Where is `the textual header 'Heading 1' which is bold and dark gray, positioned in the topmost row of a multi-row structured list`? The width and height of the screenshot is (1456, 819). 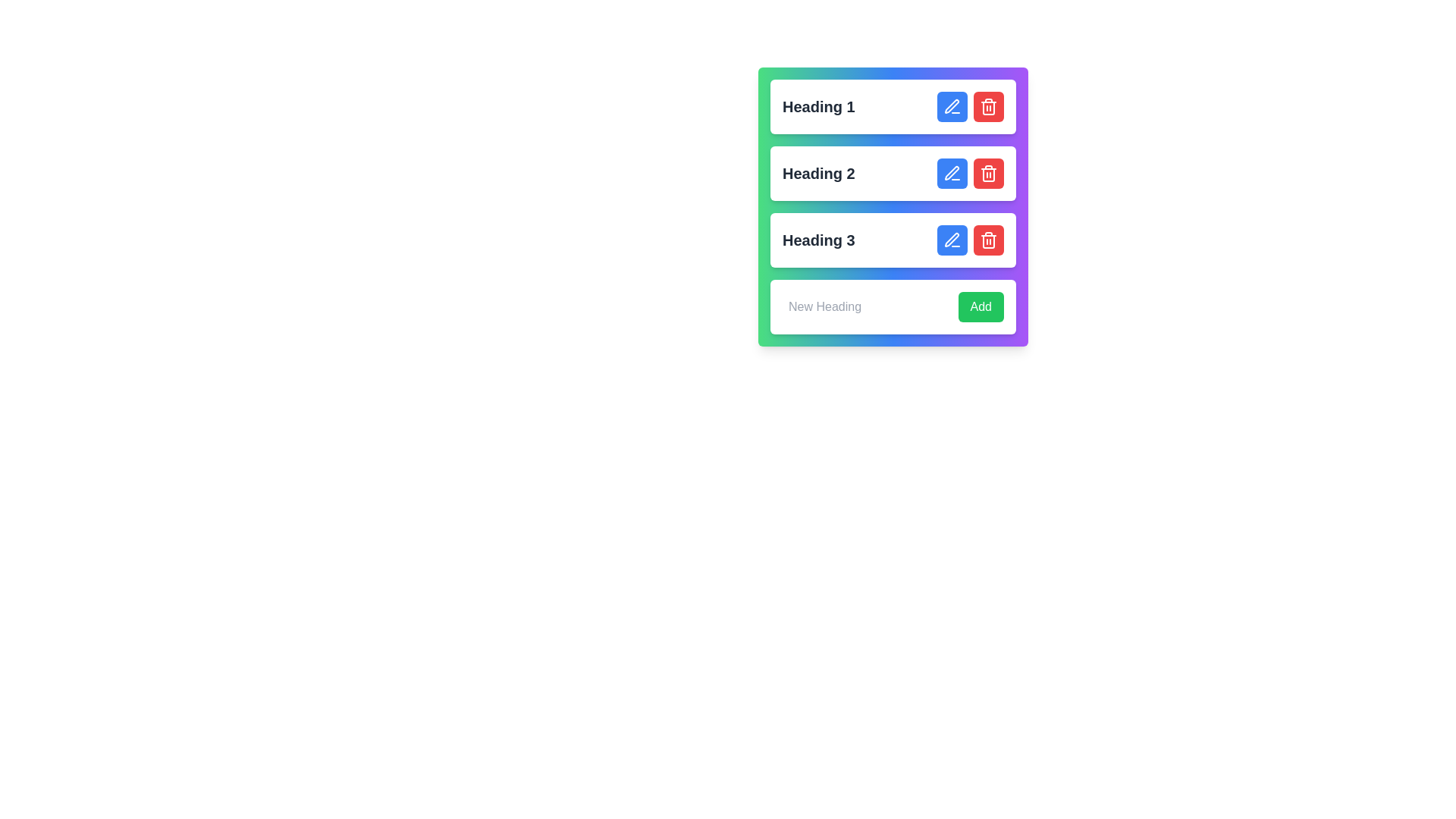 the textual header 'Heading 1' which is bold and dark gray, positioned in the topmost row of a multi-row structured list is located at coordinates (817, 106).